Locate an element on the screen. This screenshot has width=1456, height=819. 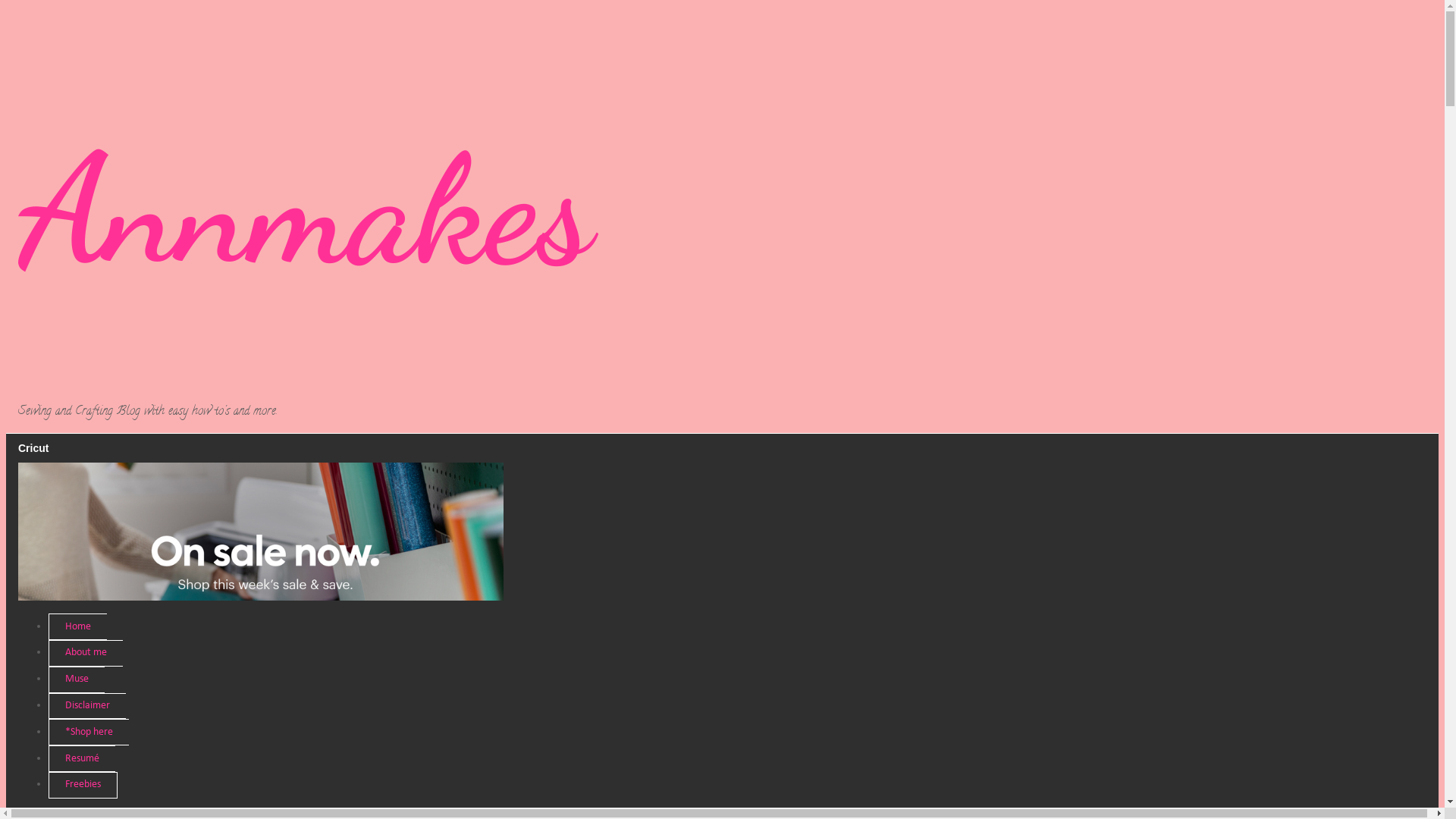
'Muse' is located at coordinates (75, 679).